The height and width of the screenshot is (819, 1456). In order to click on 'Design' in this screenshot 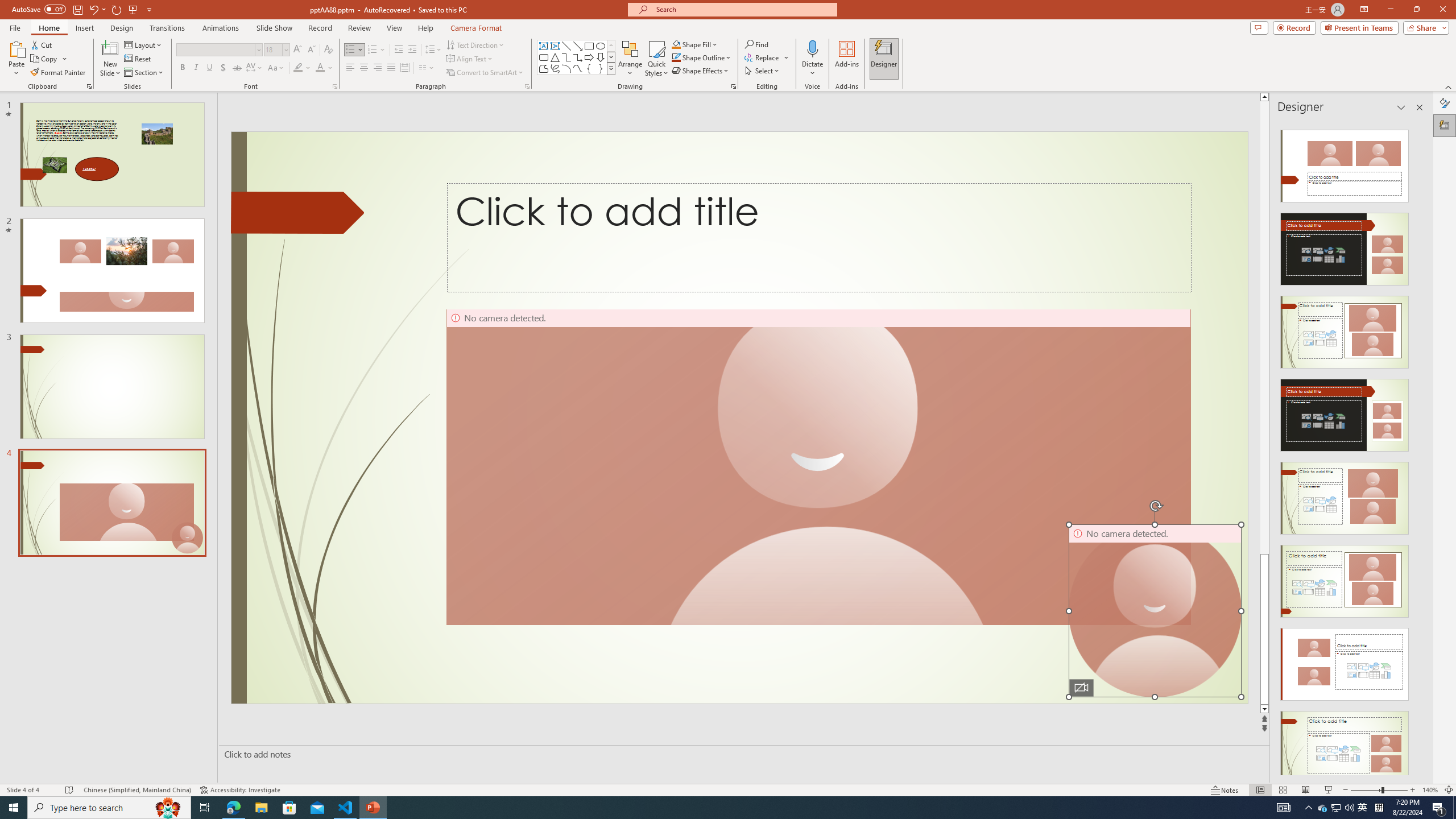, I will do `click(122, 28)`.